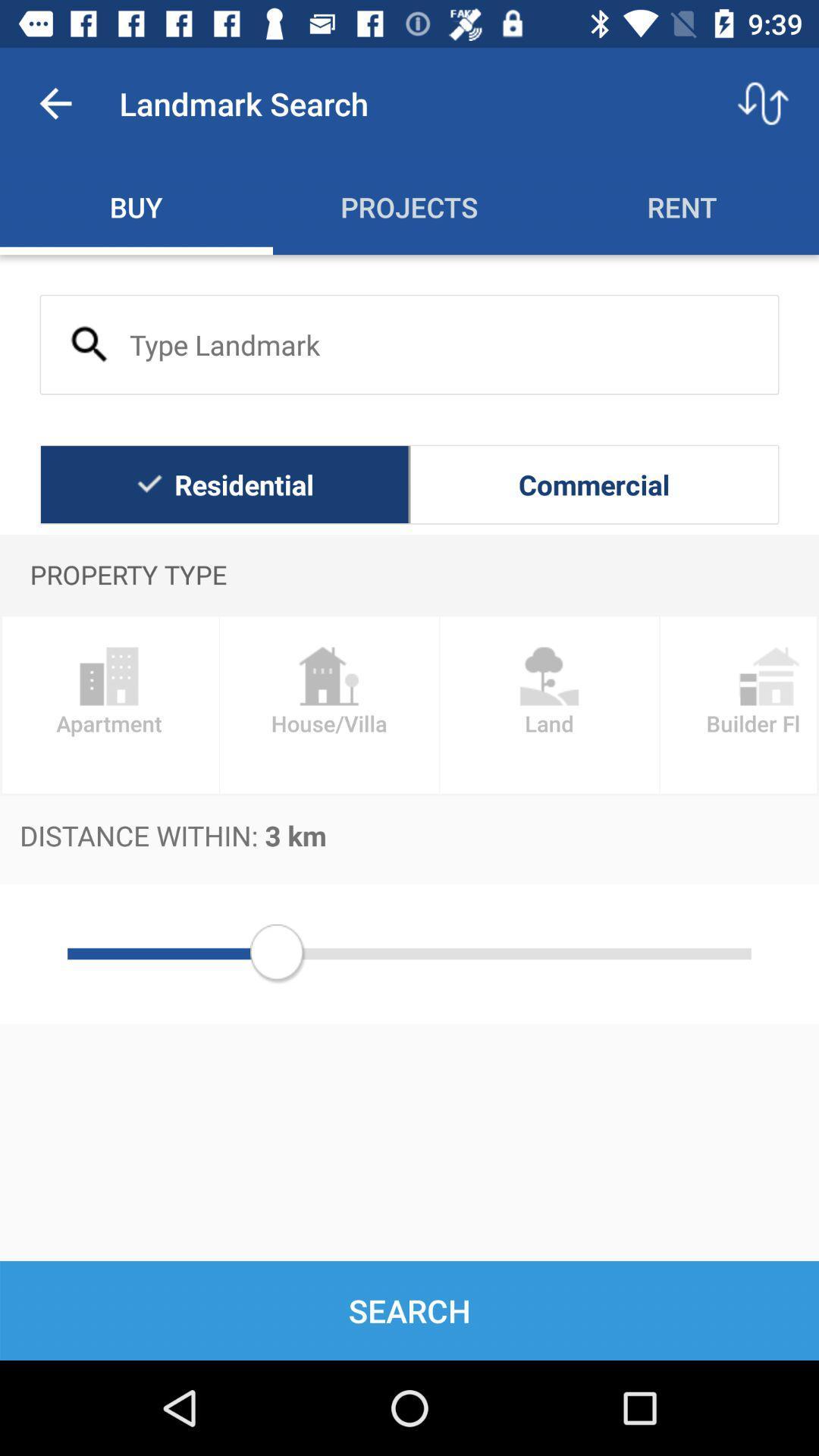 This screenshot has height=1456, width=819. Describe the element at coordinates (763, 102) in the screenshot. I see `the app to the right of landmark search` at that location.